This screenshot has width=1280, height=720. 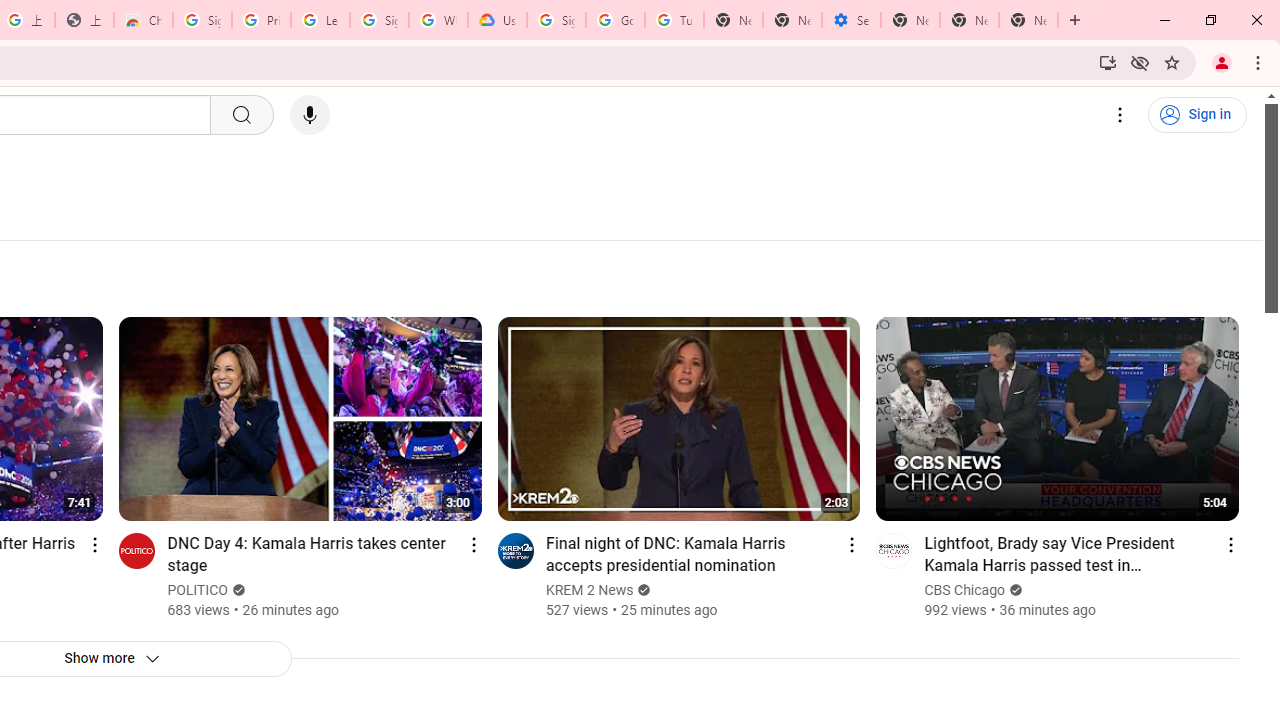 What do you see at coordinates (1028, 20) in the screenshot?
I see `'New Tab'` at bounding box center [1028, 20].